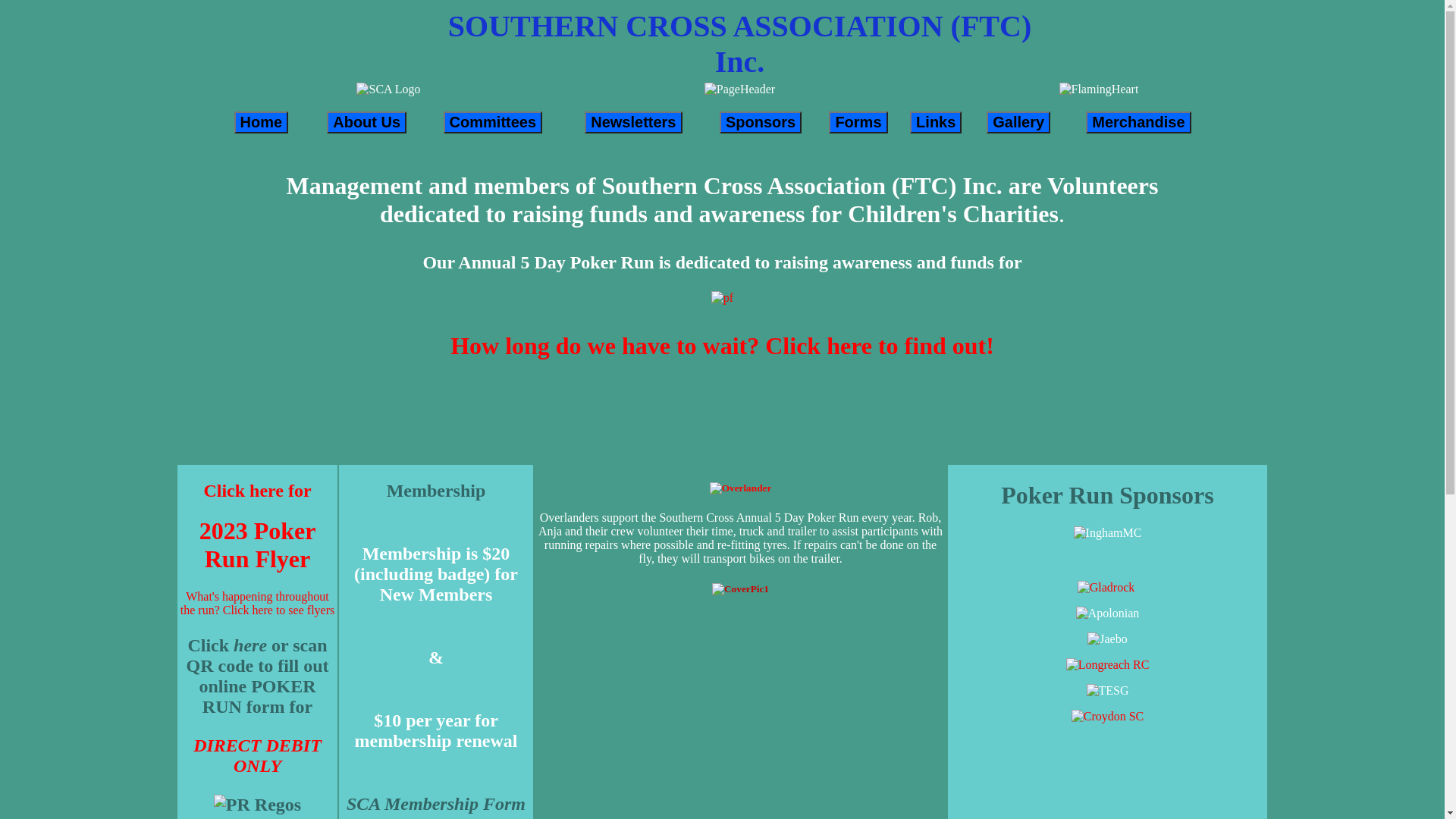  Describe the element at coordinates (228, 645) in the screenshot. I see `'here'` at that location.